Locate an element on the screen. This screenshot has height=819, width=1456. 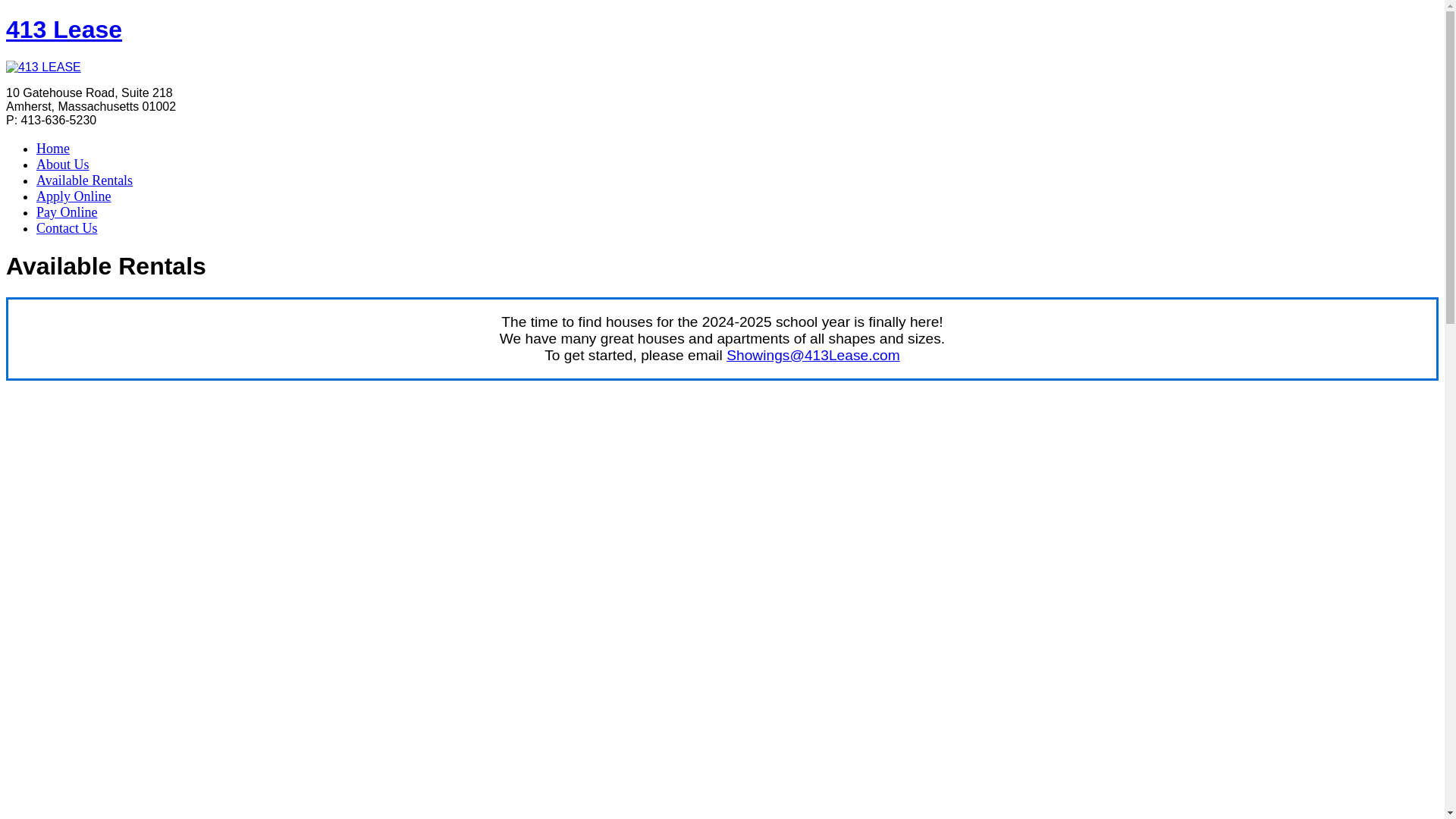
'Apply Online' is located at coordinates (73, 195).